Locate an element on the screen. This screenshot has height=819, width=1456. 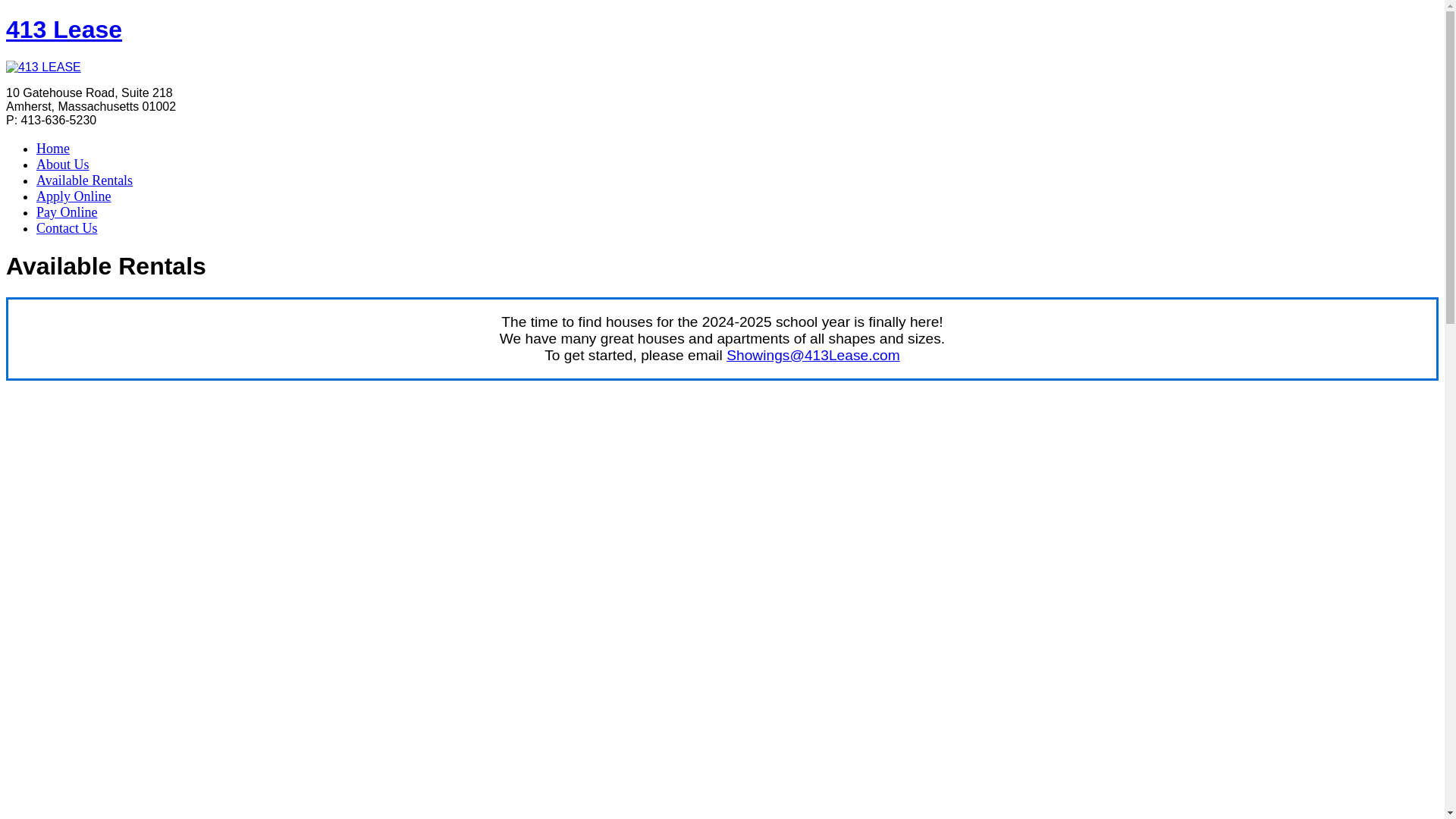
'Apply Online' is located at coordinates (73, 195).